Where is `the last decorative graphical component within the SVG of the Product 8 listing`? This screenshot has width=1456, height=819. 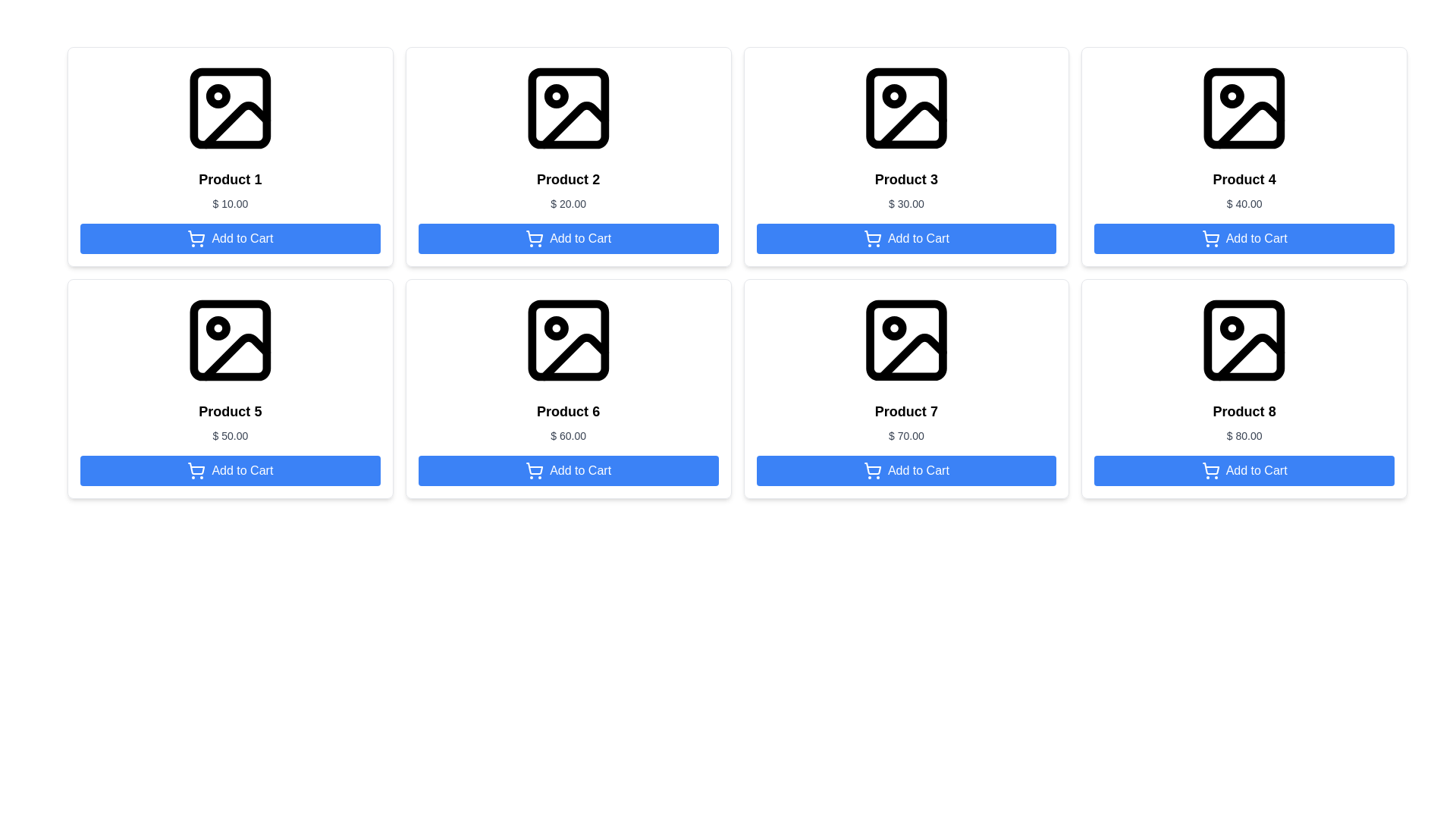
the last decorative graphical component within the SVG of the Product 8 listing is located at coordinates (1250, 357).